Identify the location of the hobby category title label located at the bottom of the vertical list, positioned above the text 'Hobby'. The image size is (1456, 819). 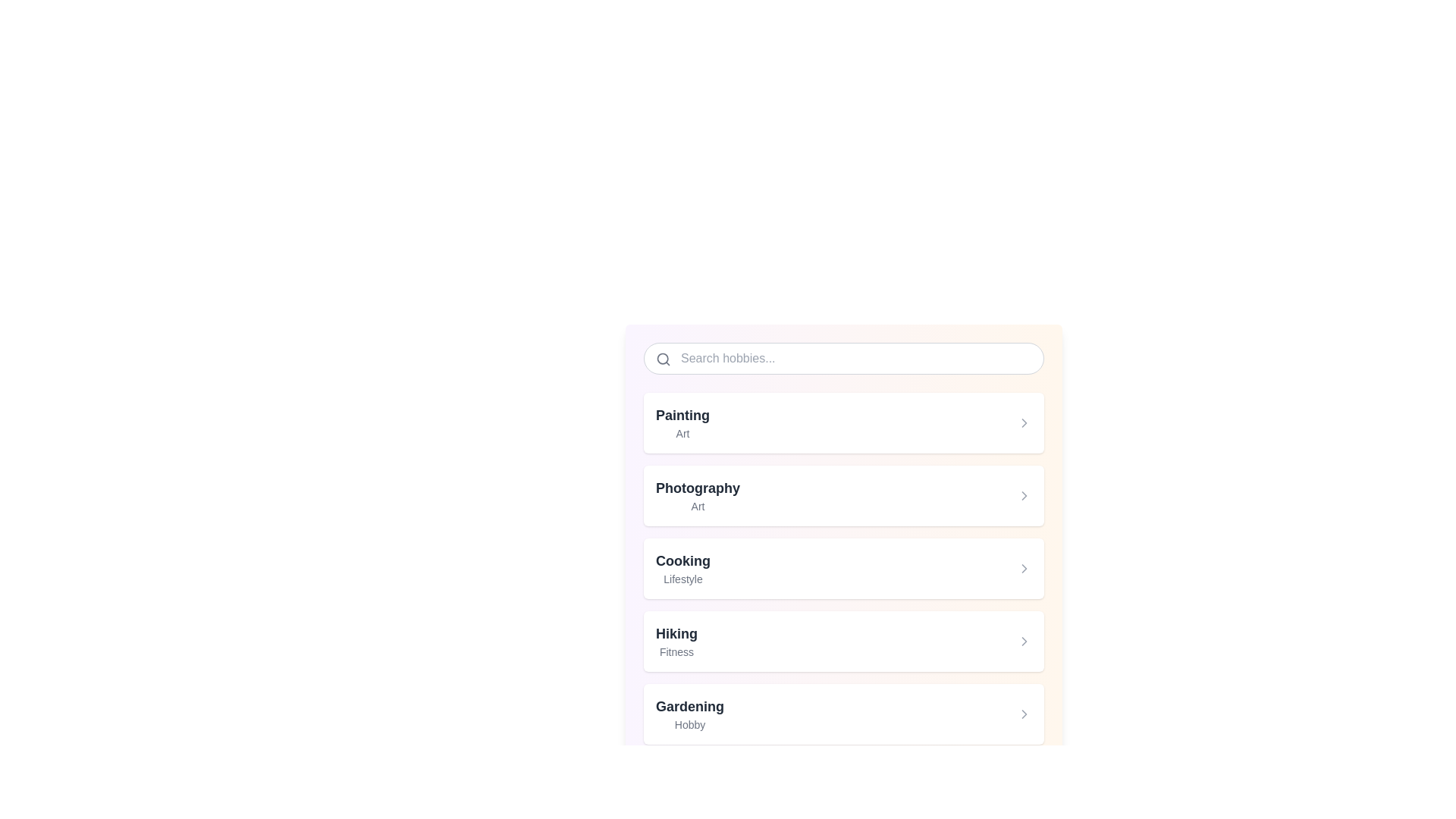
(689, 707).